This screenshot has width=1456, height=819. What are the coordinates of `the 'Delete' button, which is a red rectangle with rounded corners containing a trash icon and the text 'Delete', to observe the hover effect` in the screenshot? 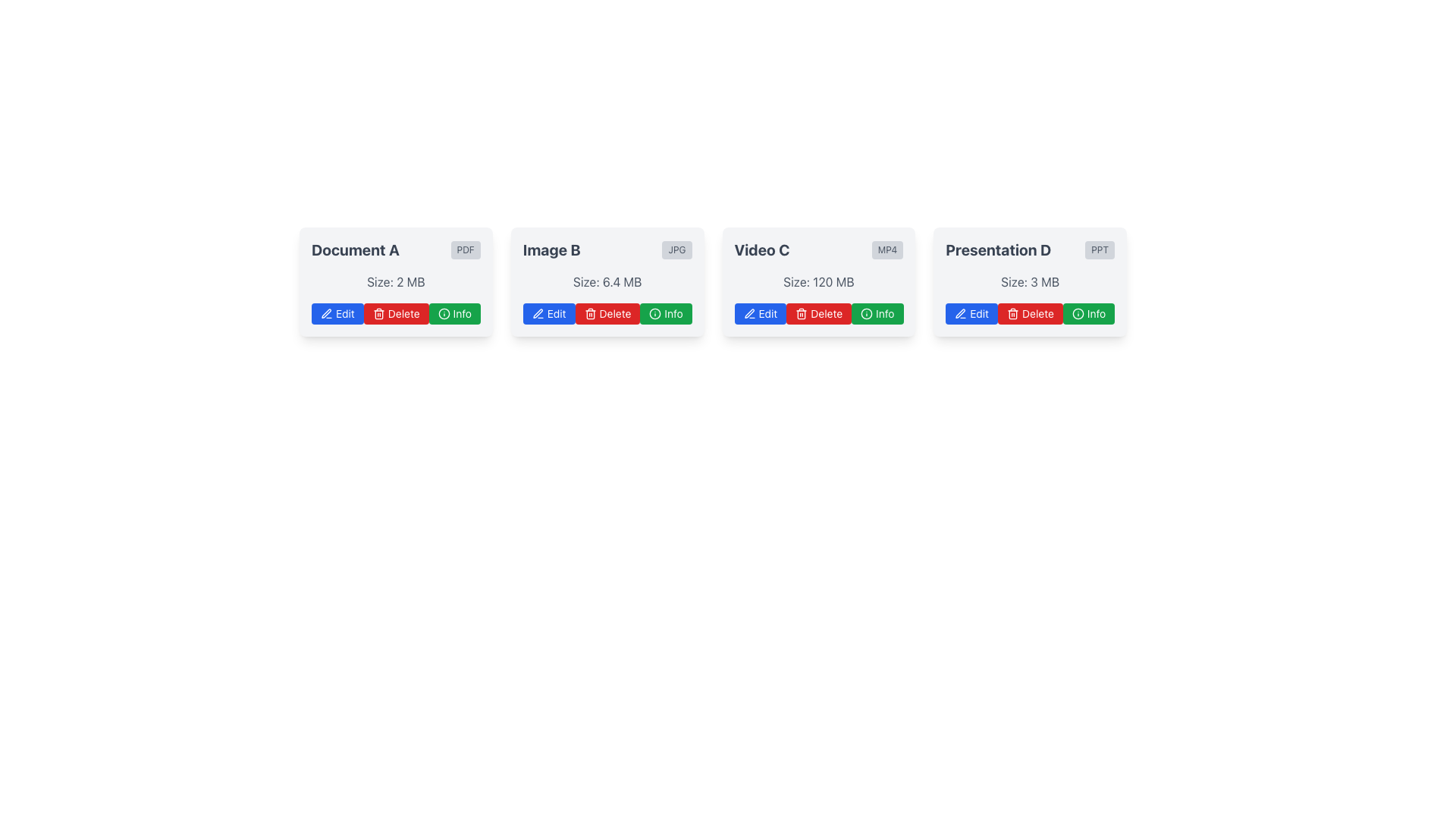 It's located at (396, 312).